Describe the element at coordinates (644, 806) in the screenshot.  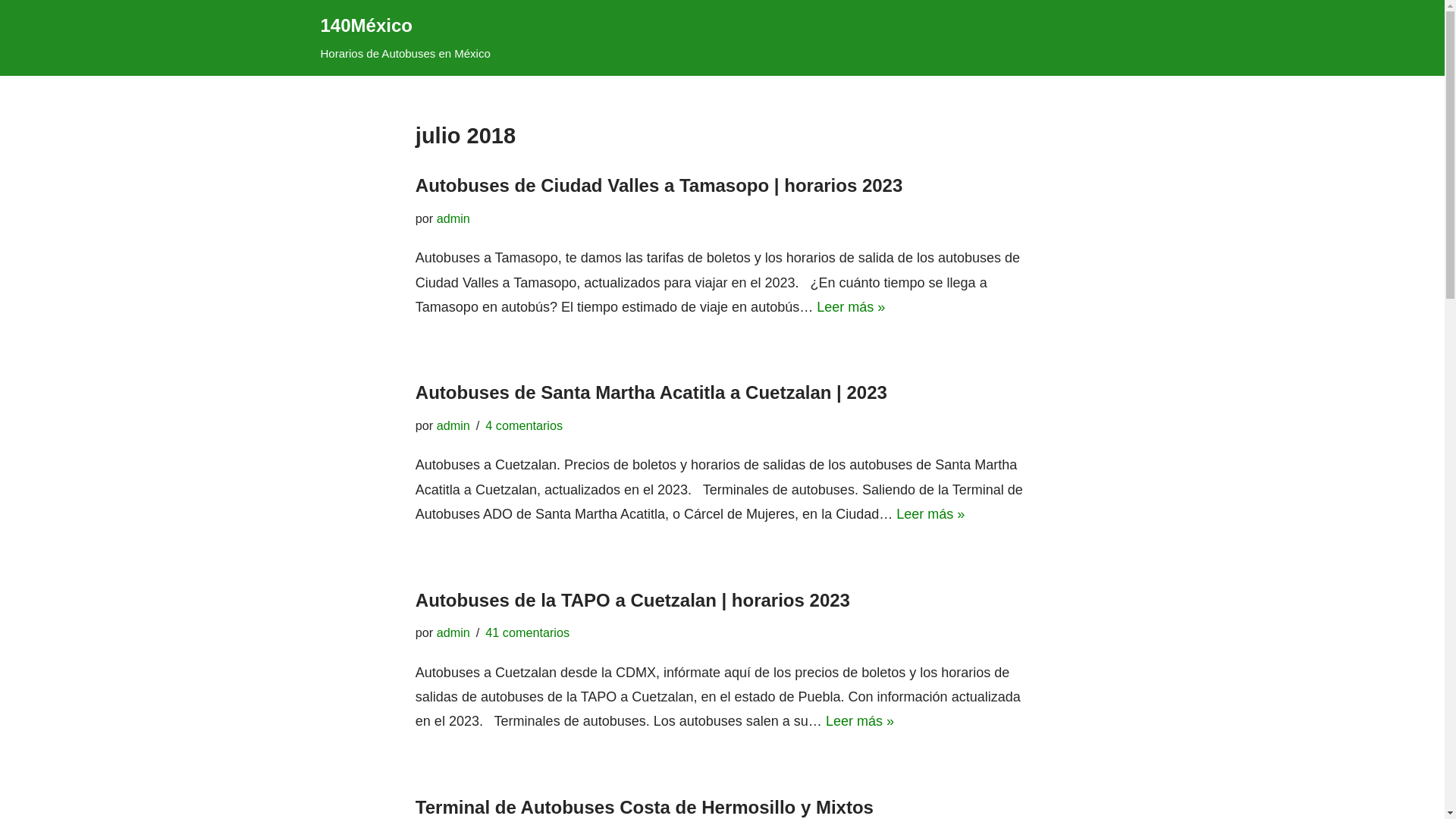
I see `'Terminal de Autobuses Costa de Hermosillo y Mixtos'` at that location.